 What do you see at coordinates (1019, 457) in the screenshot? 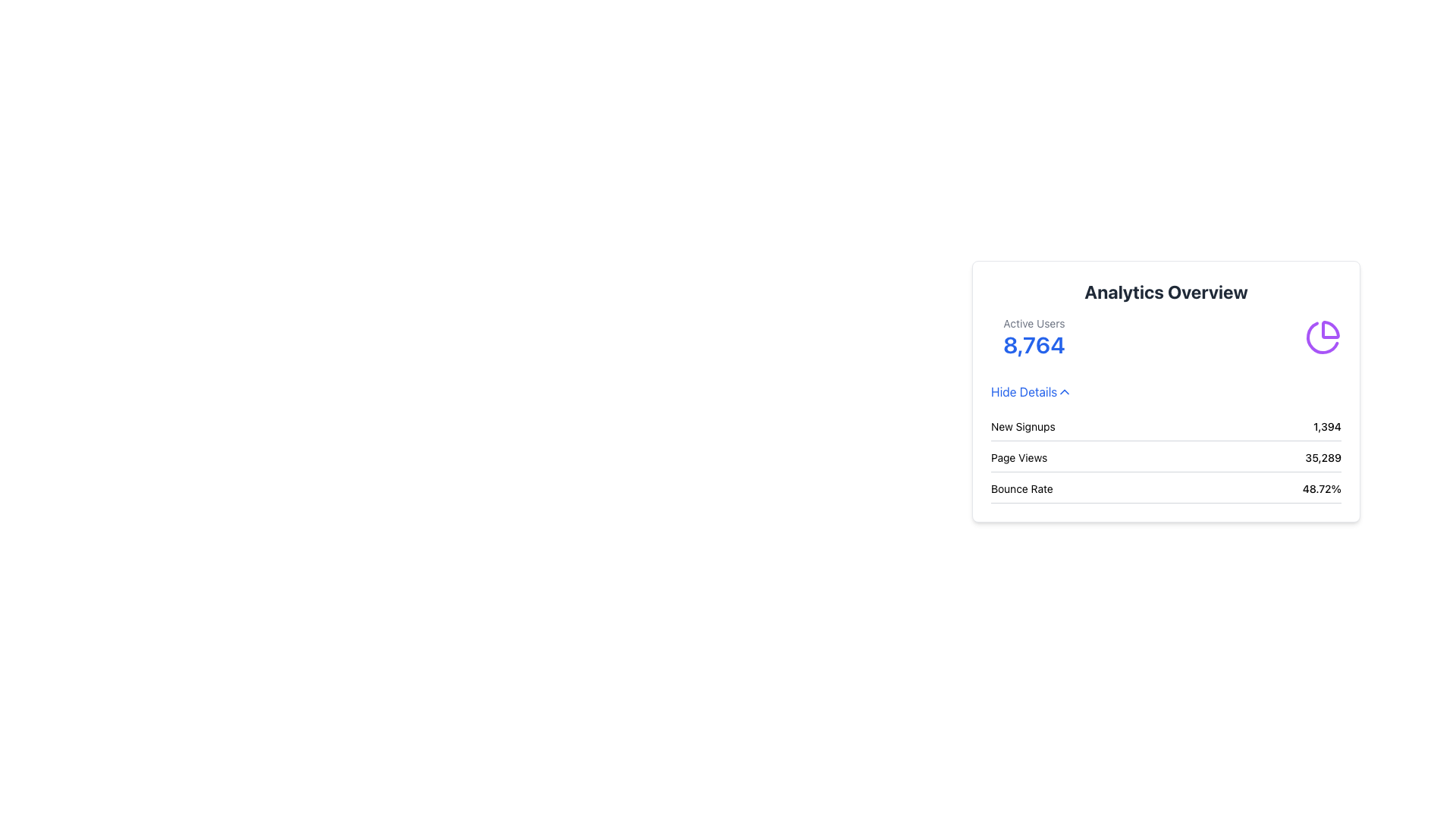
I see `the Text Label indicating the number of page views, which is positioned to the left of the value '35,289' in the statistics section of the interface` at bounding box center [1019, 457].